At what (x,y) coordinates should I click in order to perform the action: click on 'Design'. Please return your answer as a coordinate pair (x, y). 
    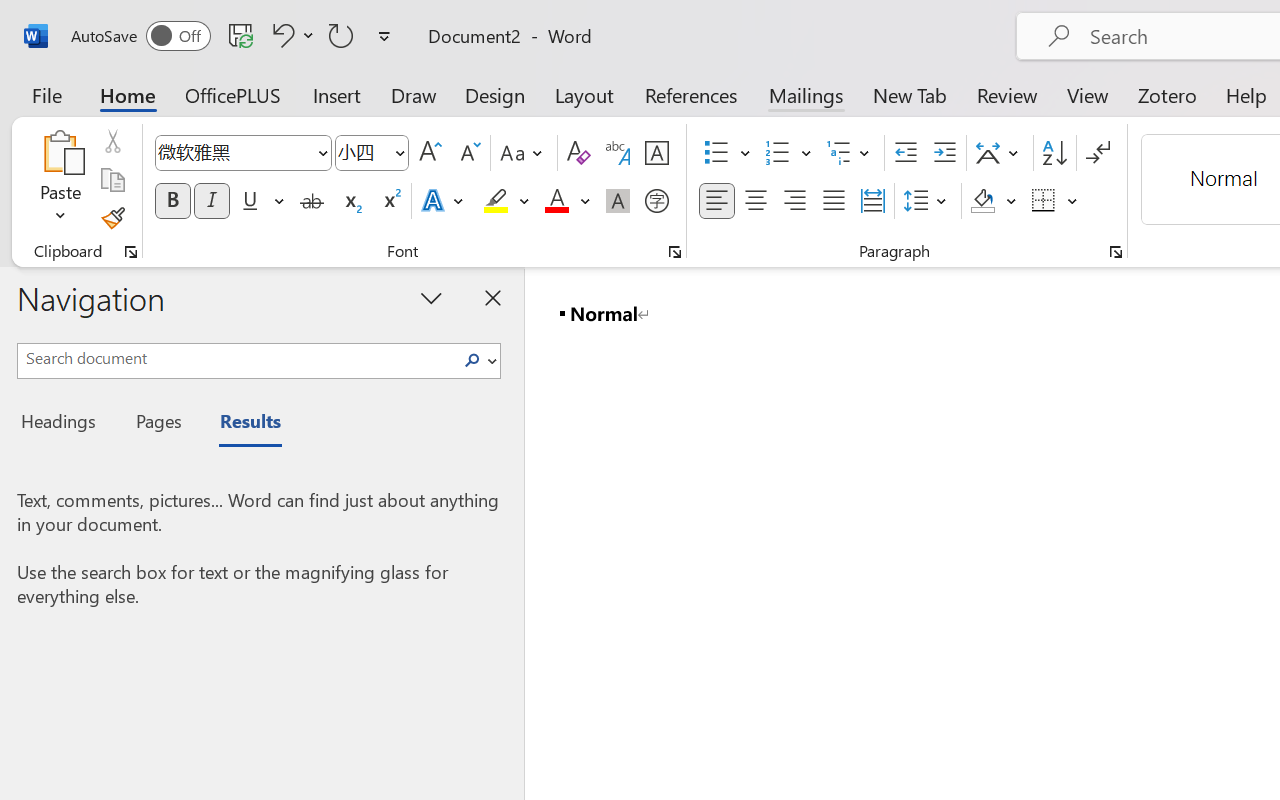
    Looking at the image, I should click on (495, 94).